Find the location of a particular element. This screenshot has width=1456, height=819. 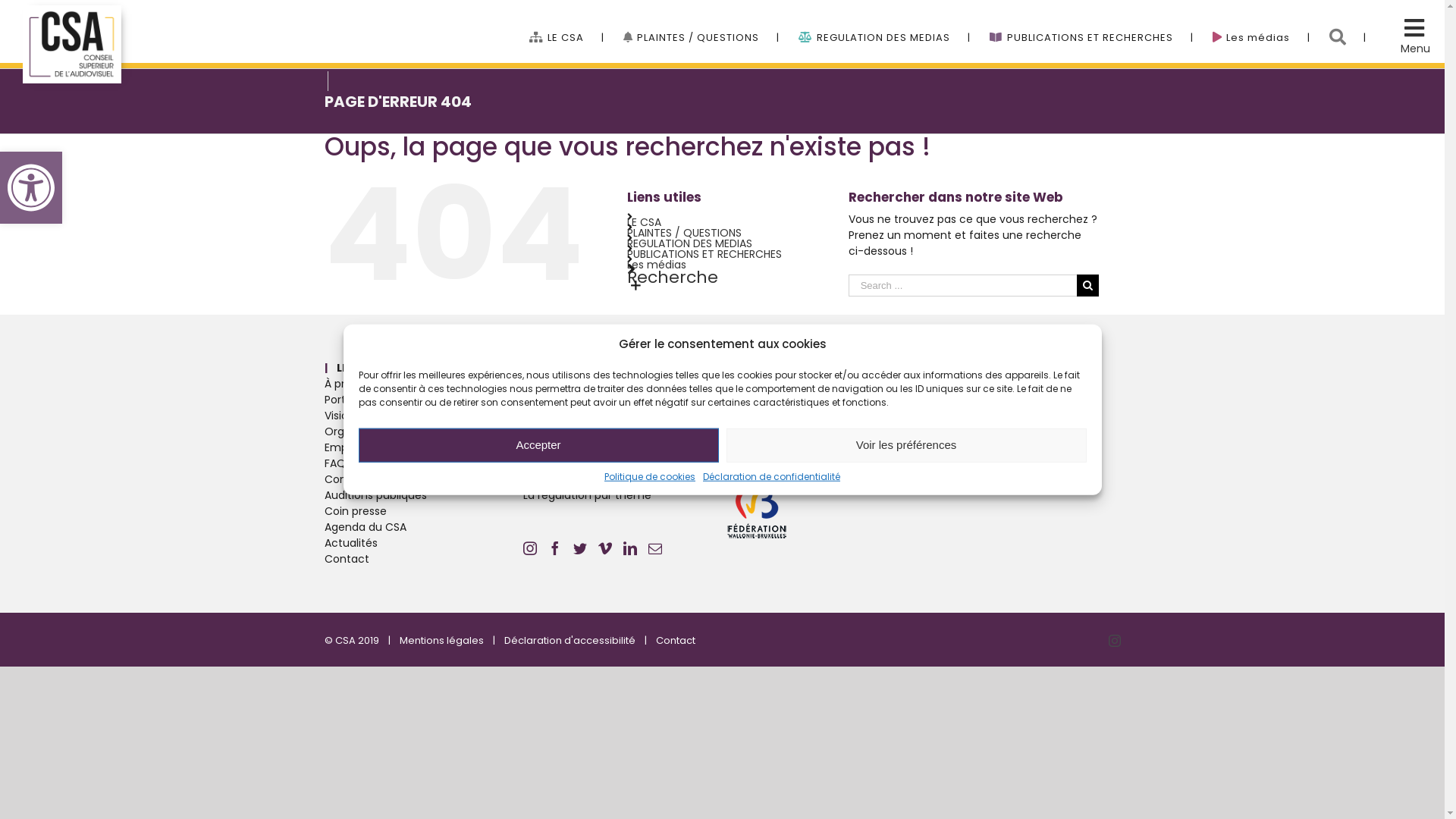

'Accepter' is located at coordinates (538, 444).